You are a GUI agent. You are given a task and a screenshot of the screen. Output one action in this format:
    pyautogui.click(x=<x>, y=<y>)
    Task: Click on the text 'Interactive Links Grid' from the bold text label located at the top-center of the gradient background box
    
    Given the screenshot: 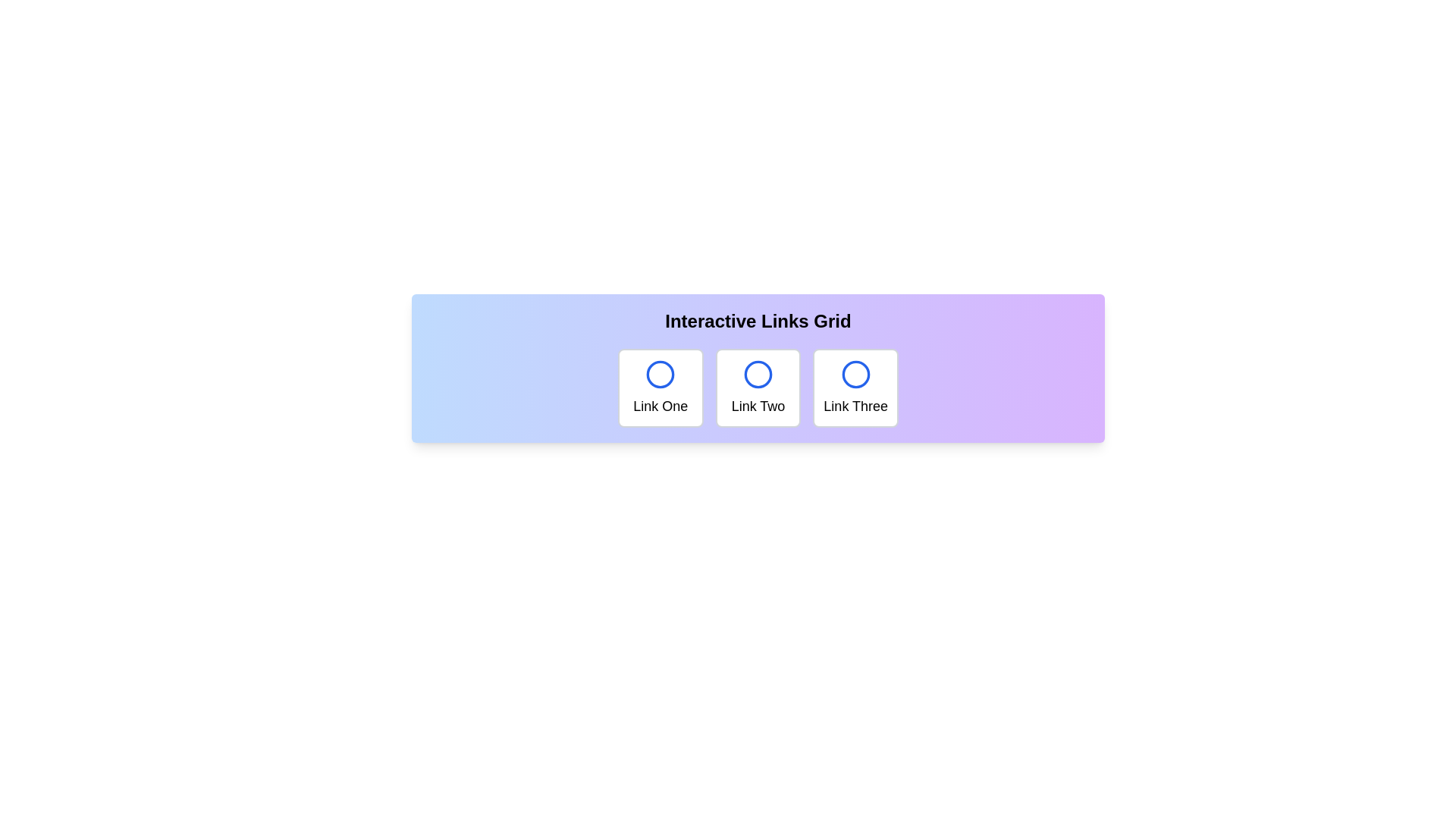 What is the action you would take?
    pyautogui.click(x=758, y=321)
    